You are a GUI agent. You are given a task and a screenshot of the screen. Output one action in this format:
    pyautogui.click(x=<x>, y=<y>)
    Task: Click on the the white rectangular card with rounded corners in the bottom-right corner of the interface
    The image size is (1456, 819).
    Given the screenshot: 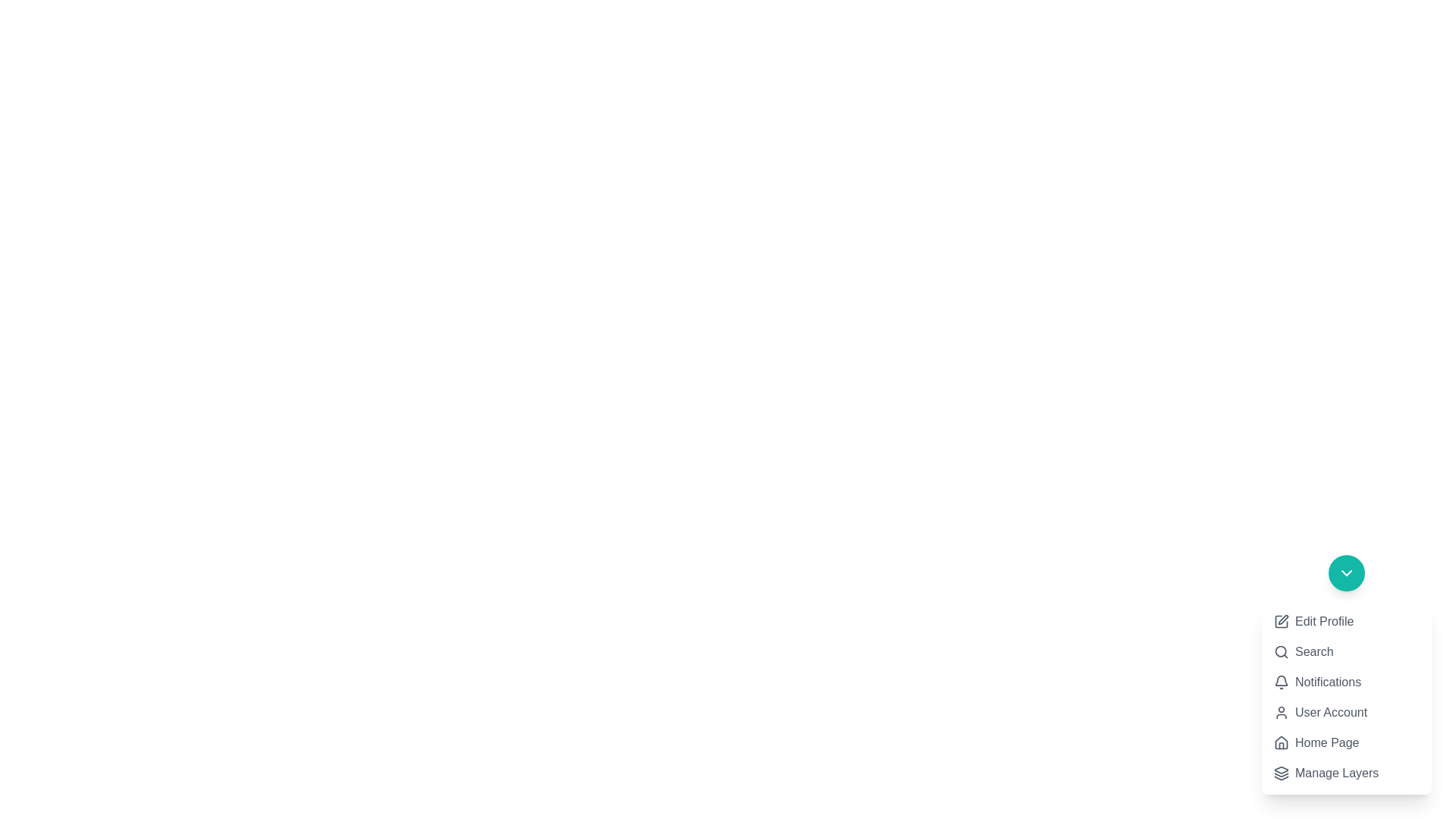 What is the action you would take?
    pyautogui.click(x=1347, y=698)
    